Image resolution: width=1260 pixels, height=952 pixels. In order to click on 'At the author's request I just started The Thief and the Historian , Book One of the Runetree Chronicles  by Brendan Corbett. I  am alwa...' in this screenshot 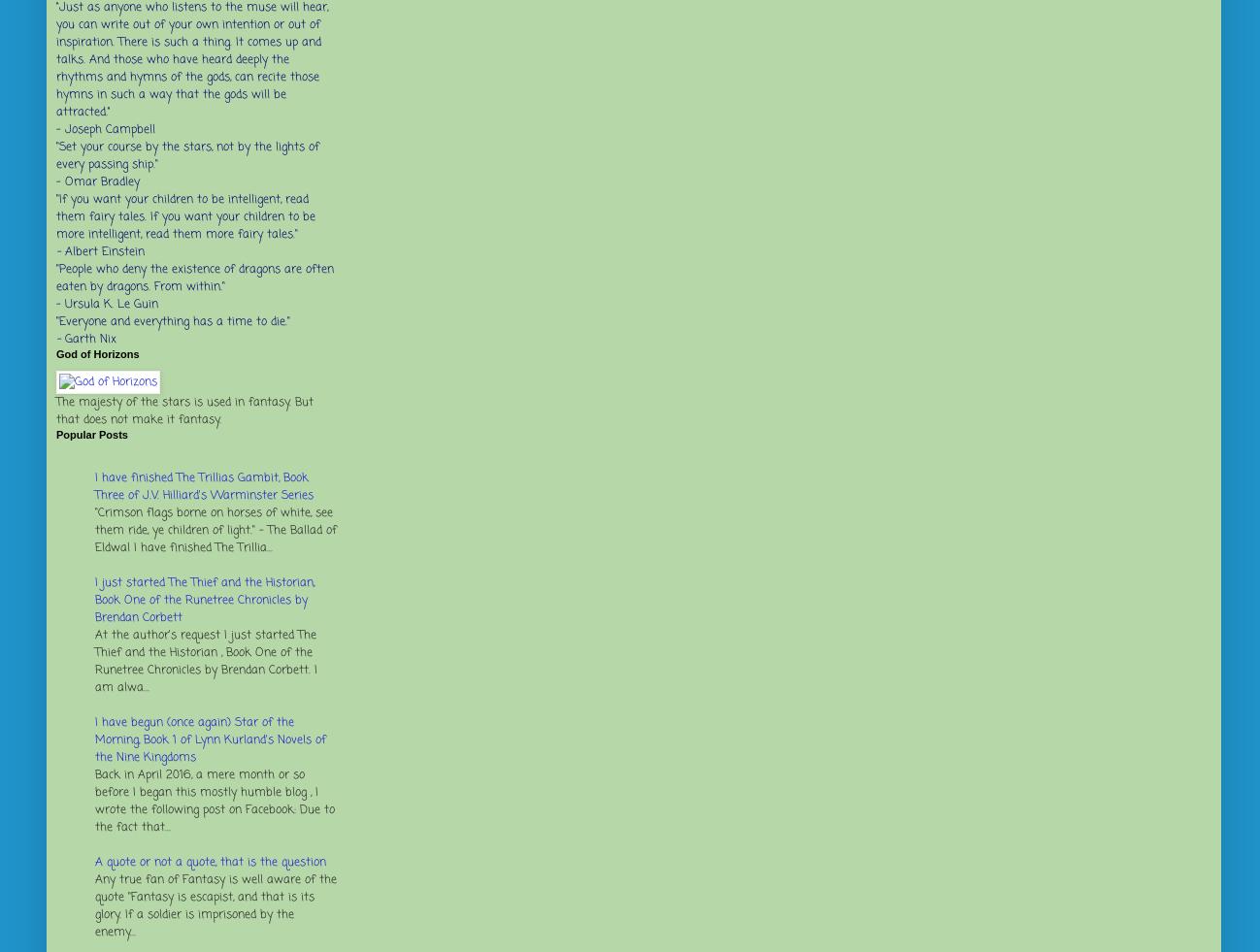, I will do `click(206, 661)`.